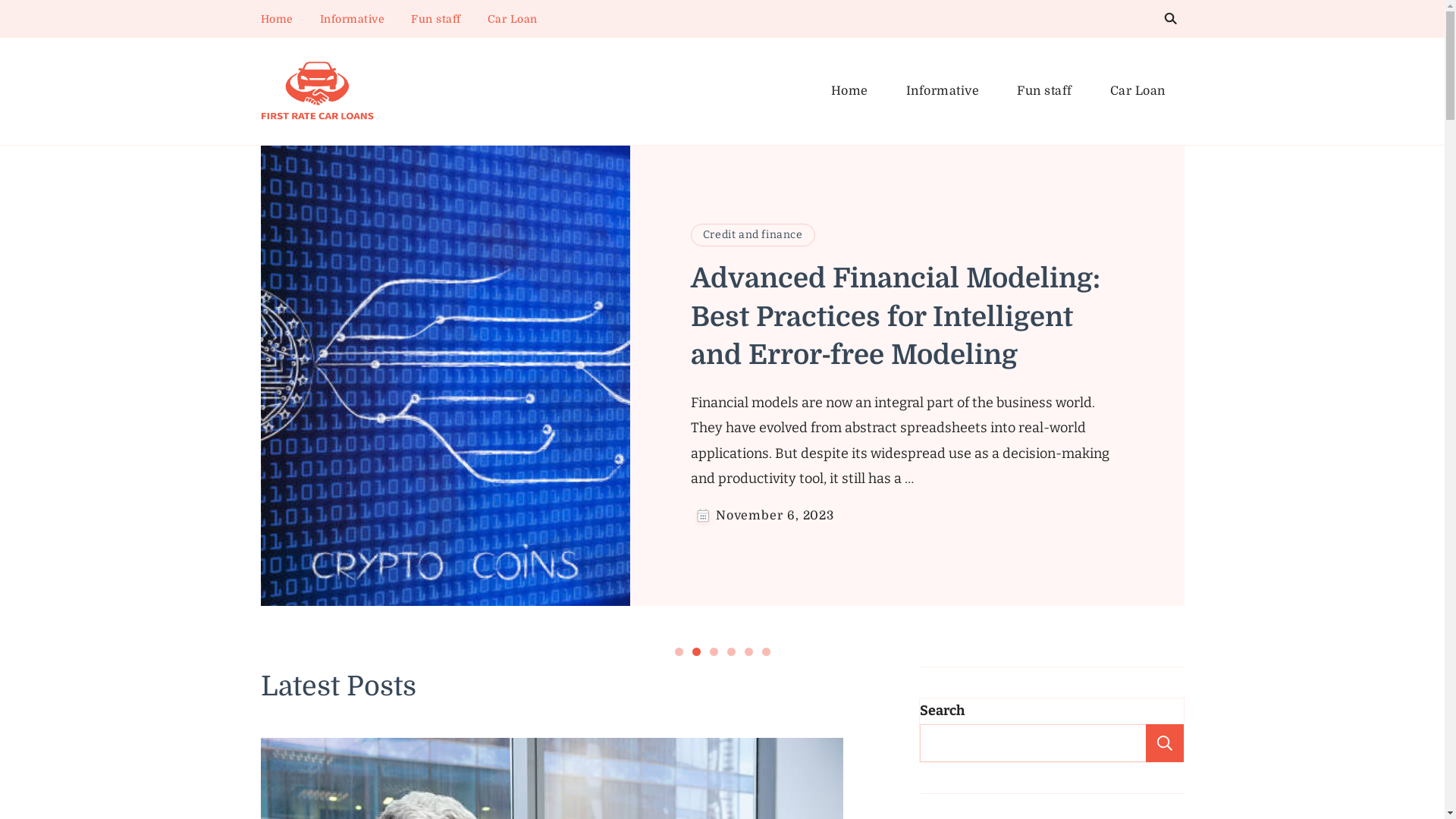 This screenshot has width=1456, height=819. What do you see at coordinates (435, 18) in the screenshot?
I see `'Fun staff'` at bounding box center [435, 18].